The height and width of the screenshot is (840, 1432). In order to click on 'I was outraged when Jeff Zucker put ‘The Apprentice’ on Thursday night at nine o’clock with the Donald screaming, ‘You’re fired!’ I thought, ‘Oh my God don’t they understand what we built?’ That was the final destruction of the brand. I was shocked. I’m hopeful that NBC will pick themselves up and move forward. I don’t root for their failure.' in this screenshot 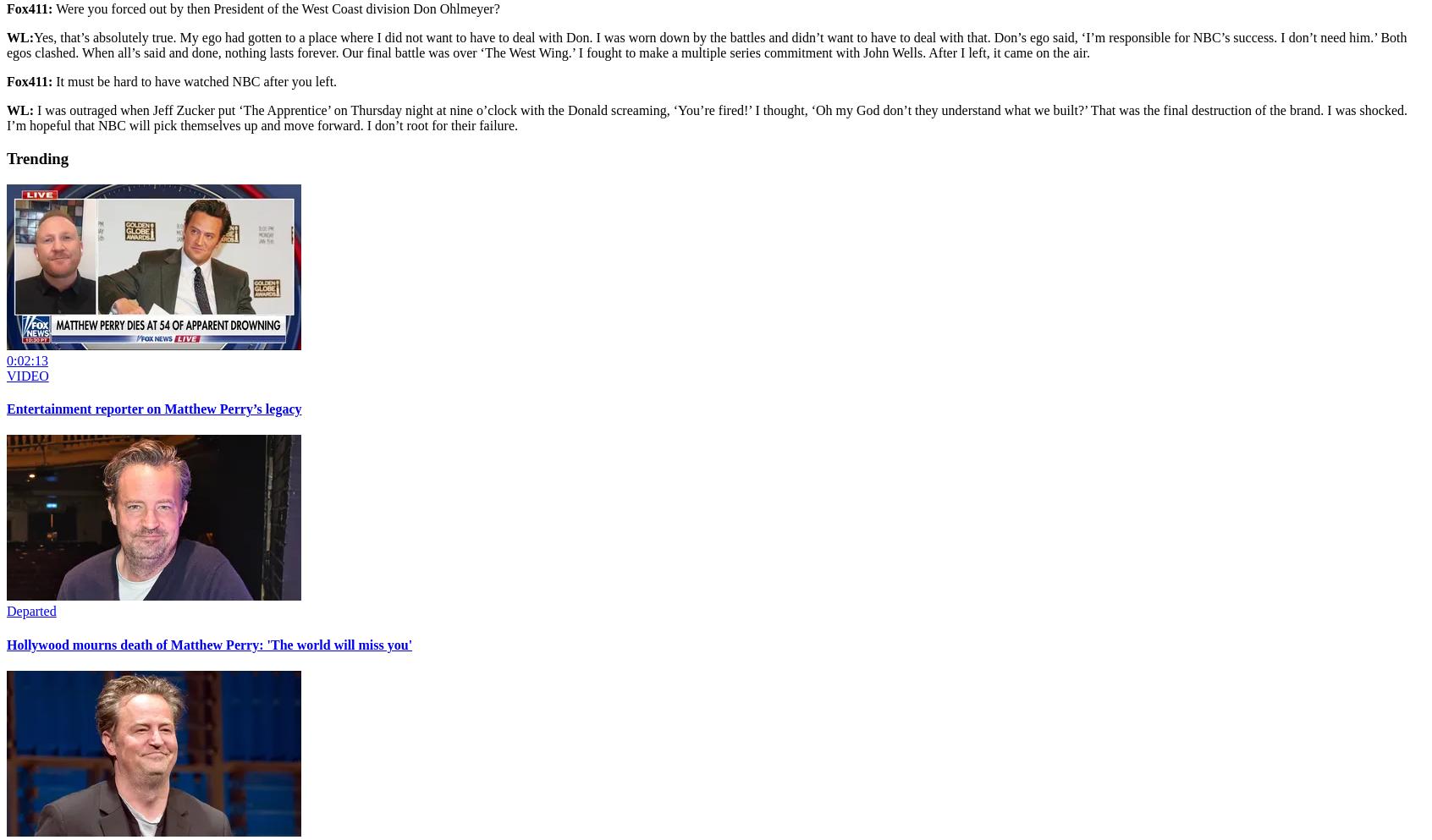, I will do `click(707, 118)`.